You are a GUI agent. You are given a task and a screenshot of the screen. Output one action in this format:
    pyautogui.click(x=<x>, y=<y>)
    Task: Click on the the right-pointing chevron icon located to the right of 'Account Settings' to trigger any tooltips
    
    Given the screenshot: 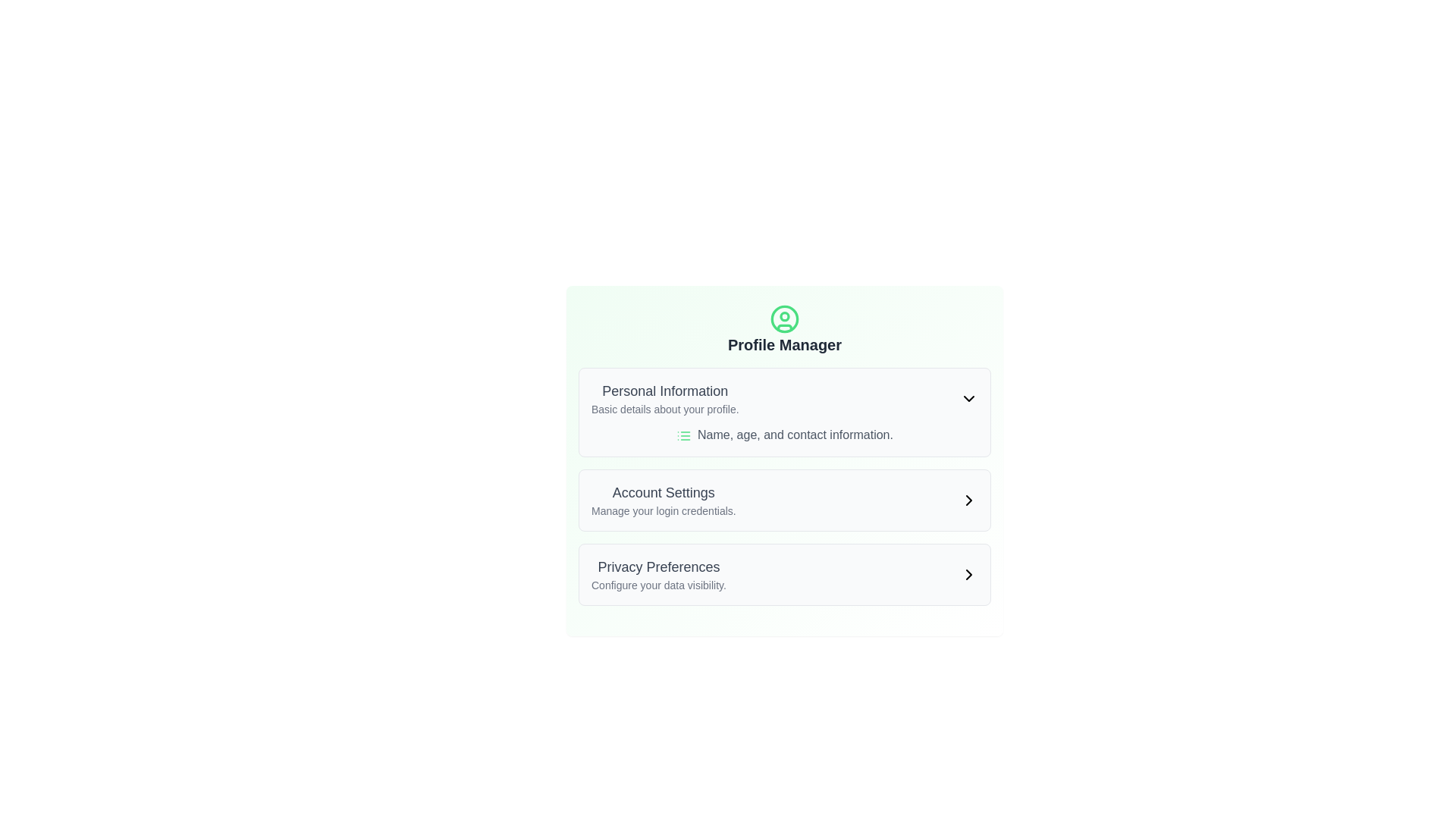 What is the action you would take?
    pyautogui.click(x=968, y=500)
    